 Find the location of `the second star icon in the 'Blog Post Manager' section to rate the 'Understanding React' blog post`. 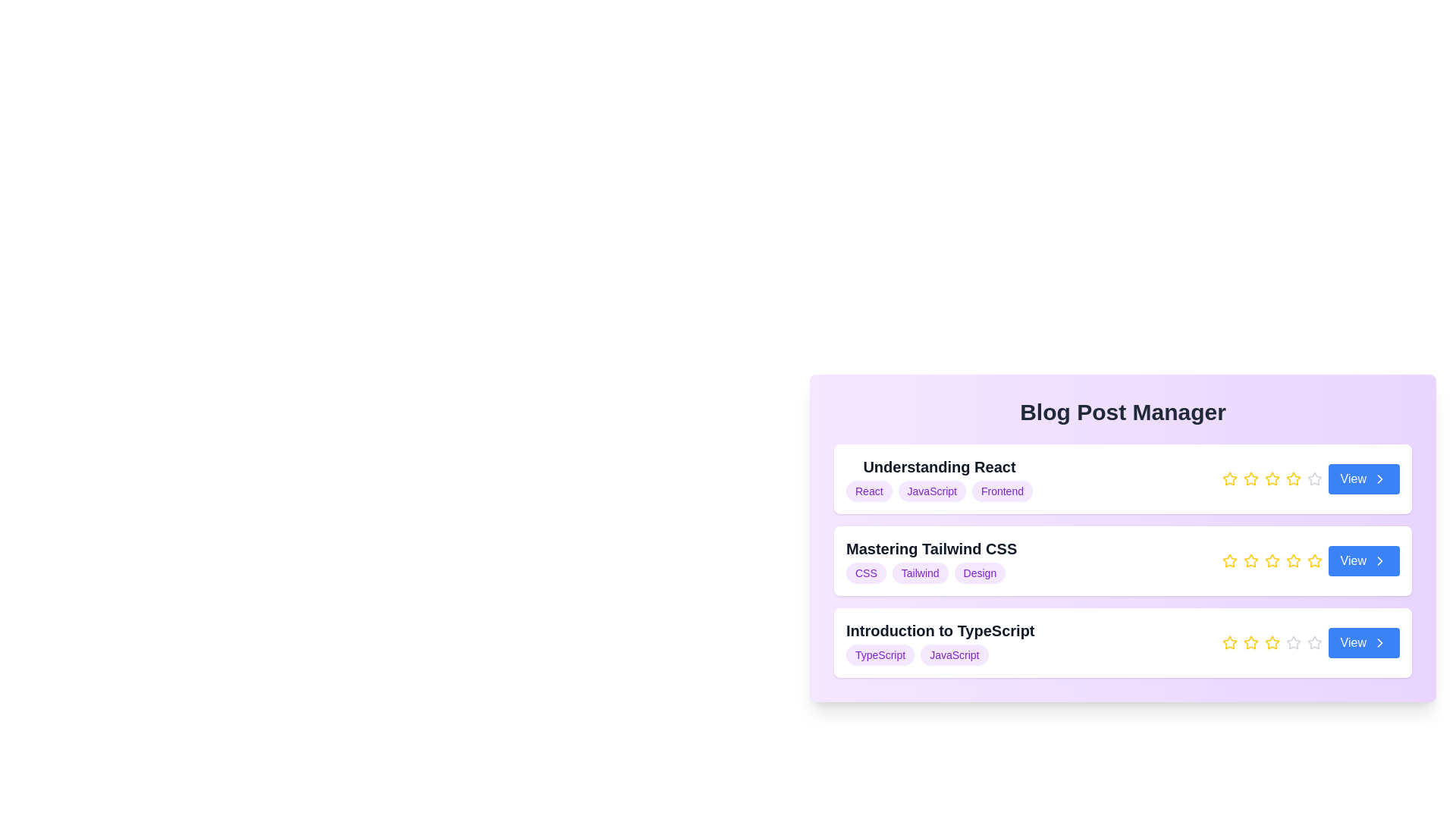

the second star icon in the 'Blog Post Manager' section to rate the 'Understanding React' blog post is located at coordinates (1250, 479).